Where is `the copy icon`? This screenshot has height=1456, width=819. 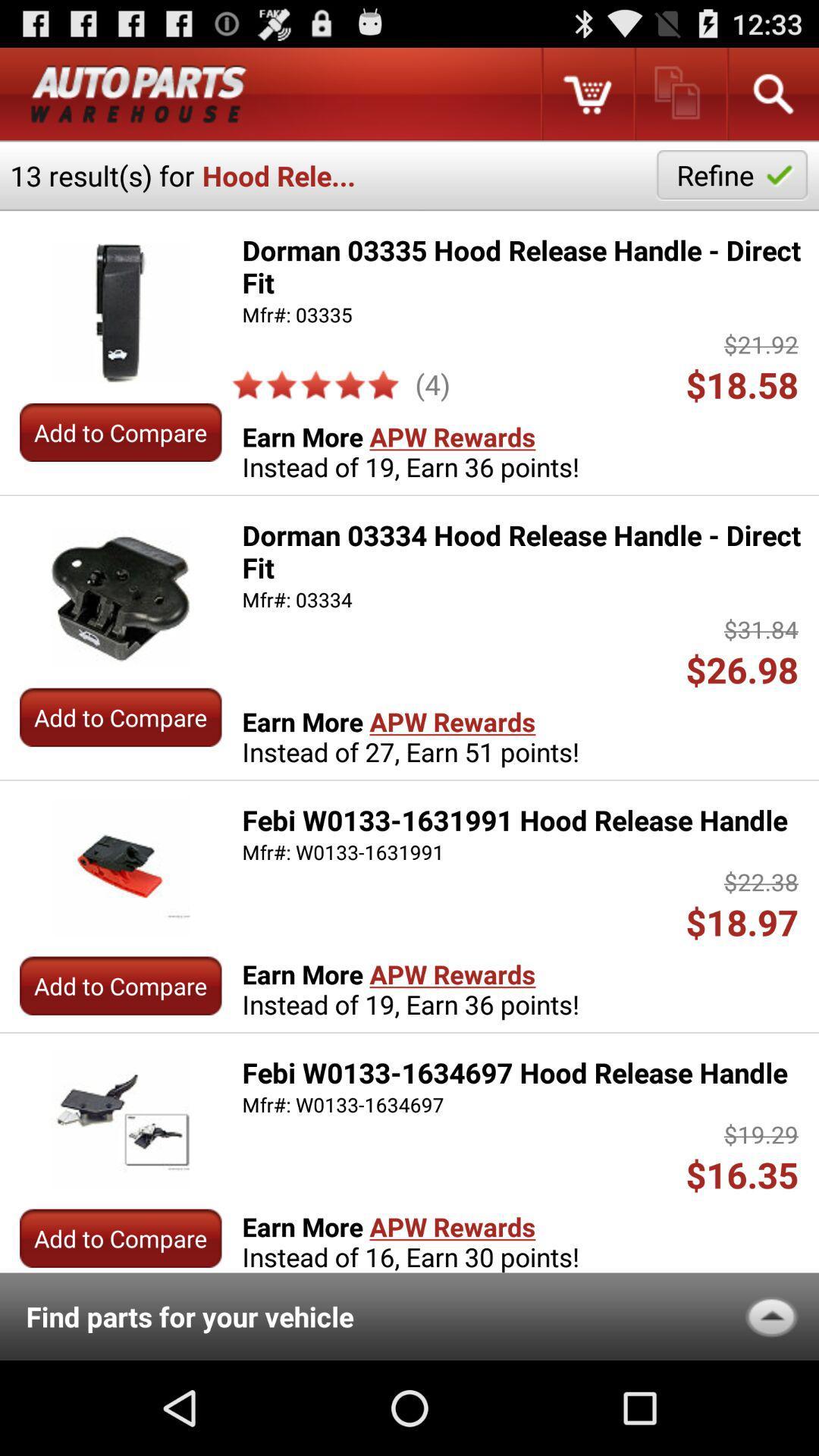 the copy icon is located at coordinates (679, 99).